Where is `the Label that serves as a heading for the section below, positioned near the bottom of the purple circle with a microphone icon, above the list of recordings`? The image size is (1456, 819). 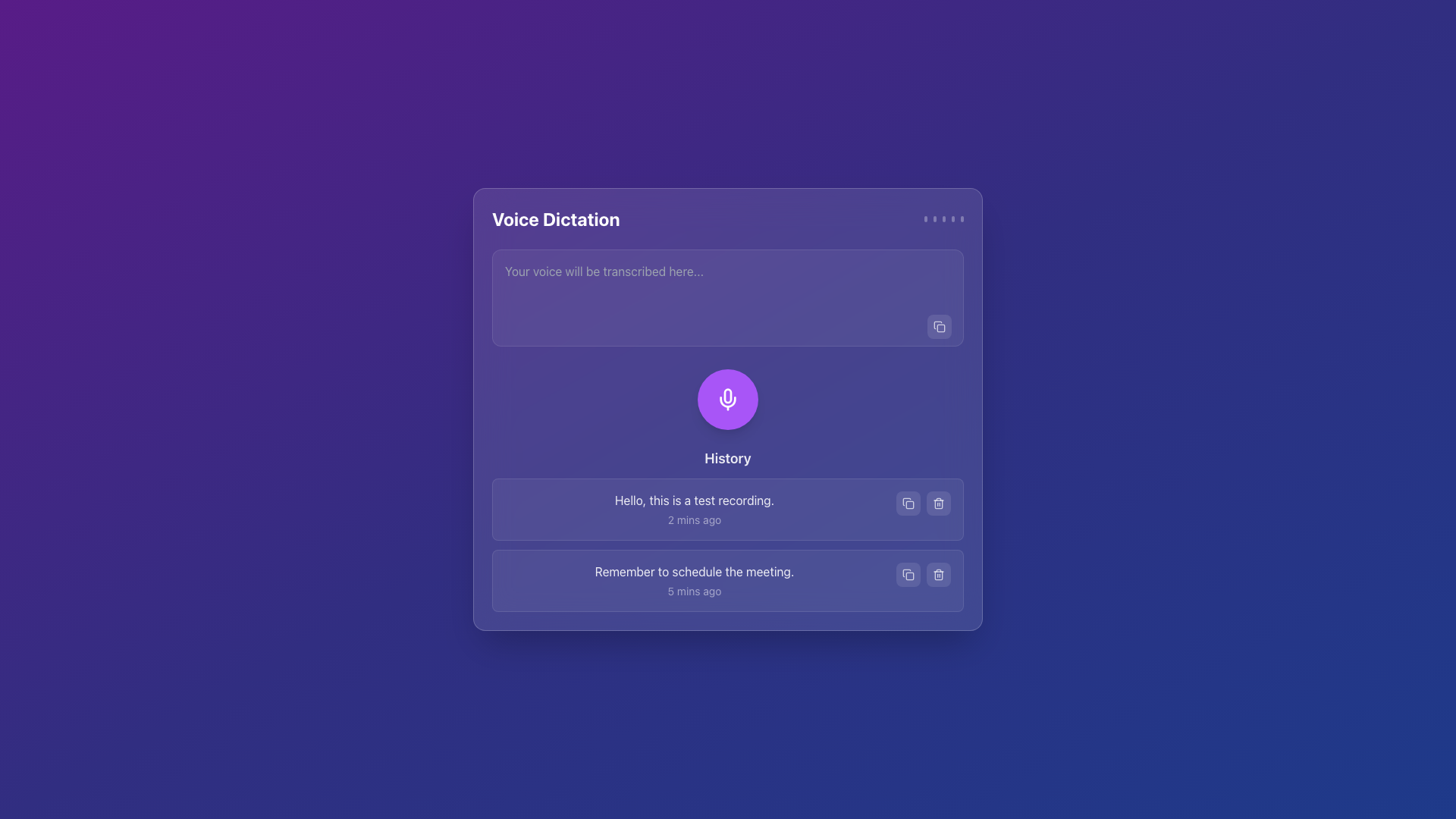
the Label that serves as a heading for the section below, positioned near the bottom of the purple circle with a microphone icon, above the list of recordings is located at coordinates (728, 458).